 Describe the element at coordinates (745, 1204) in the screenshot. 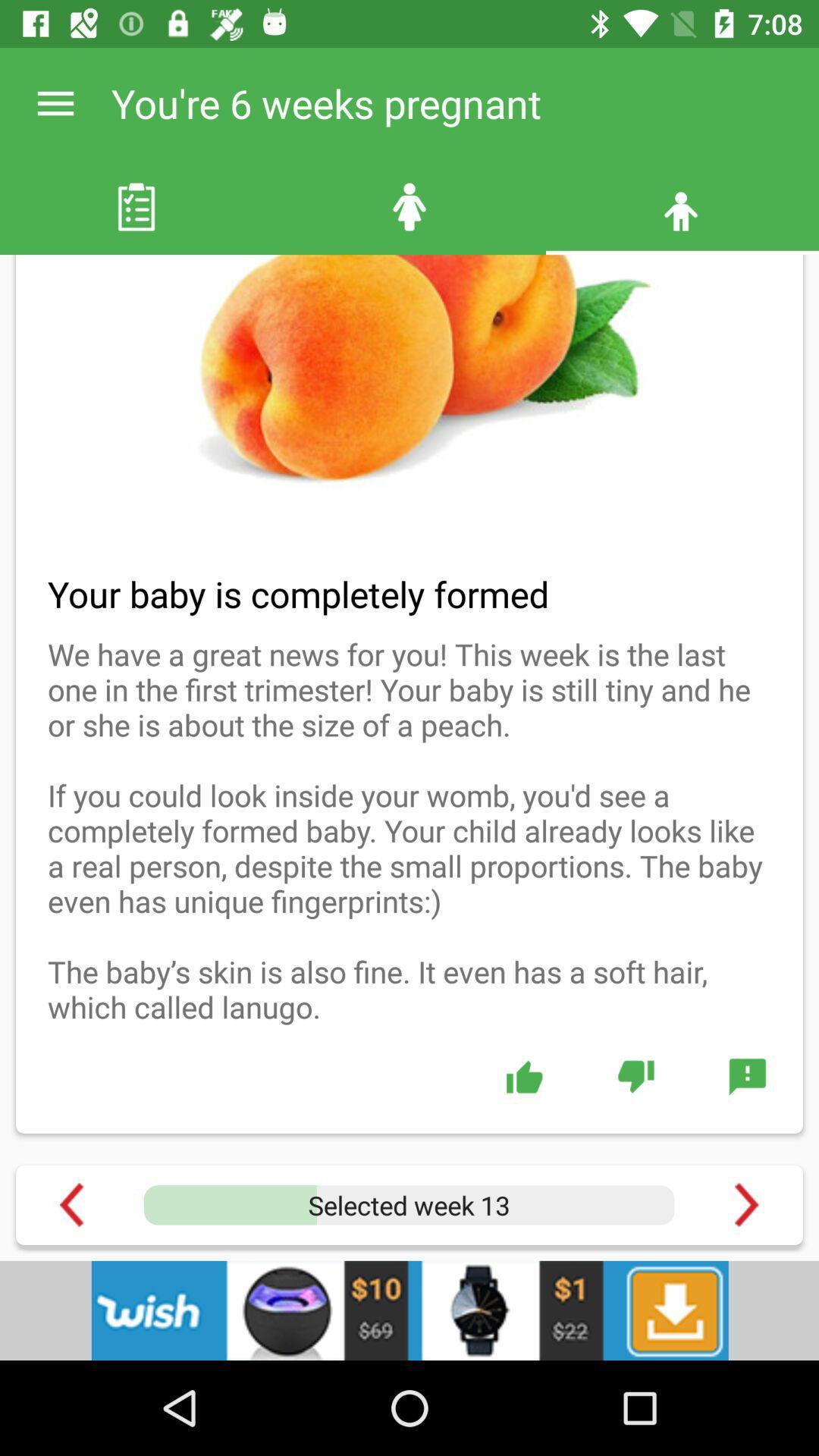

I see `advances to the next page` at that location.